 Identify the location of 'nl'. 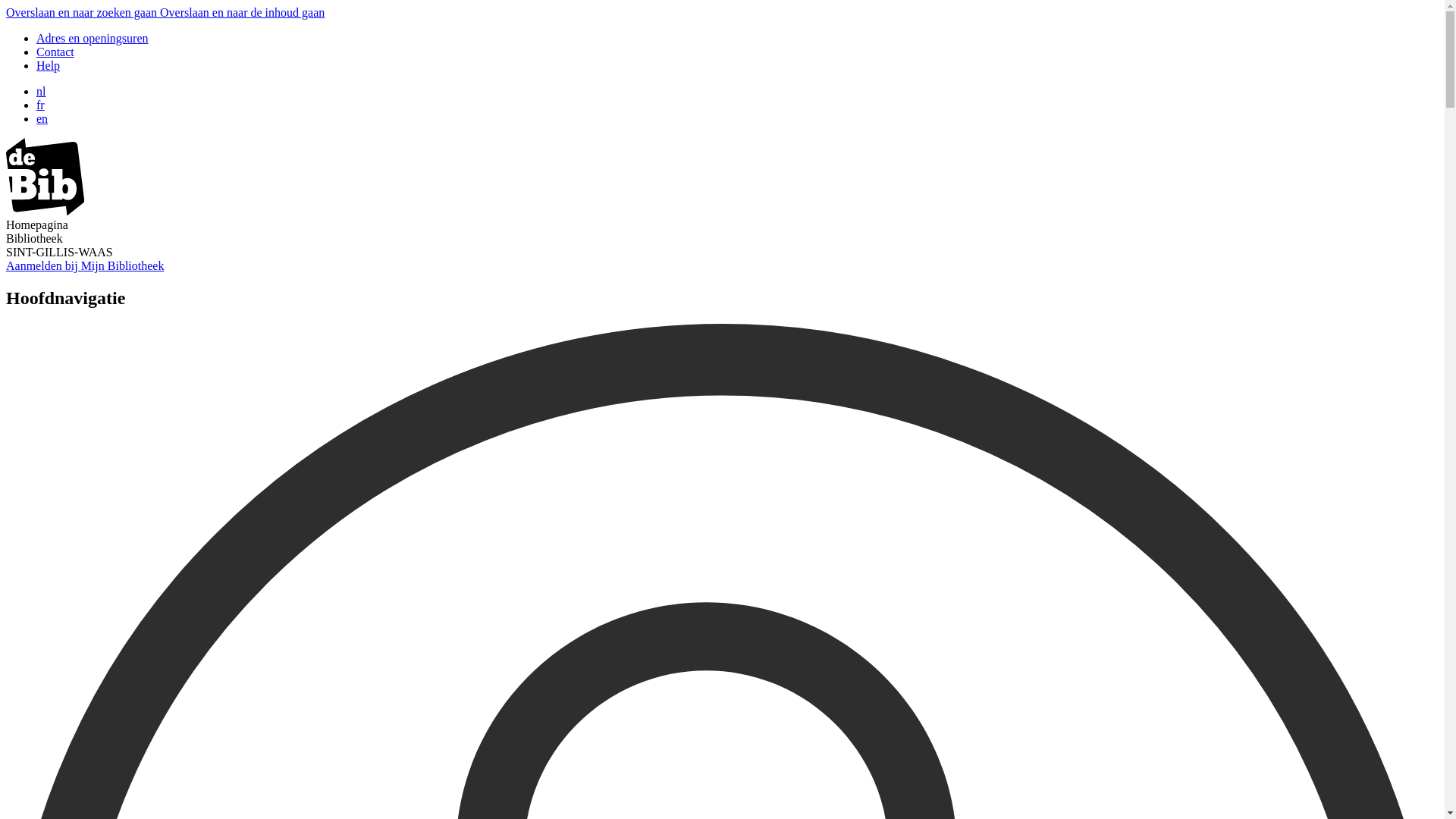
(36, 91).